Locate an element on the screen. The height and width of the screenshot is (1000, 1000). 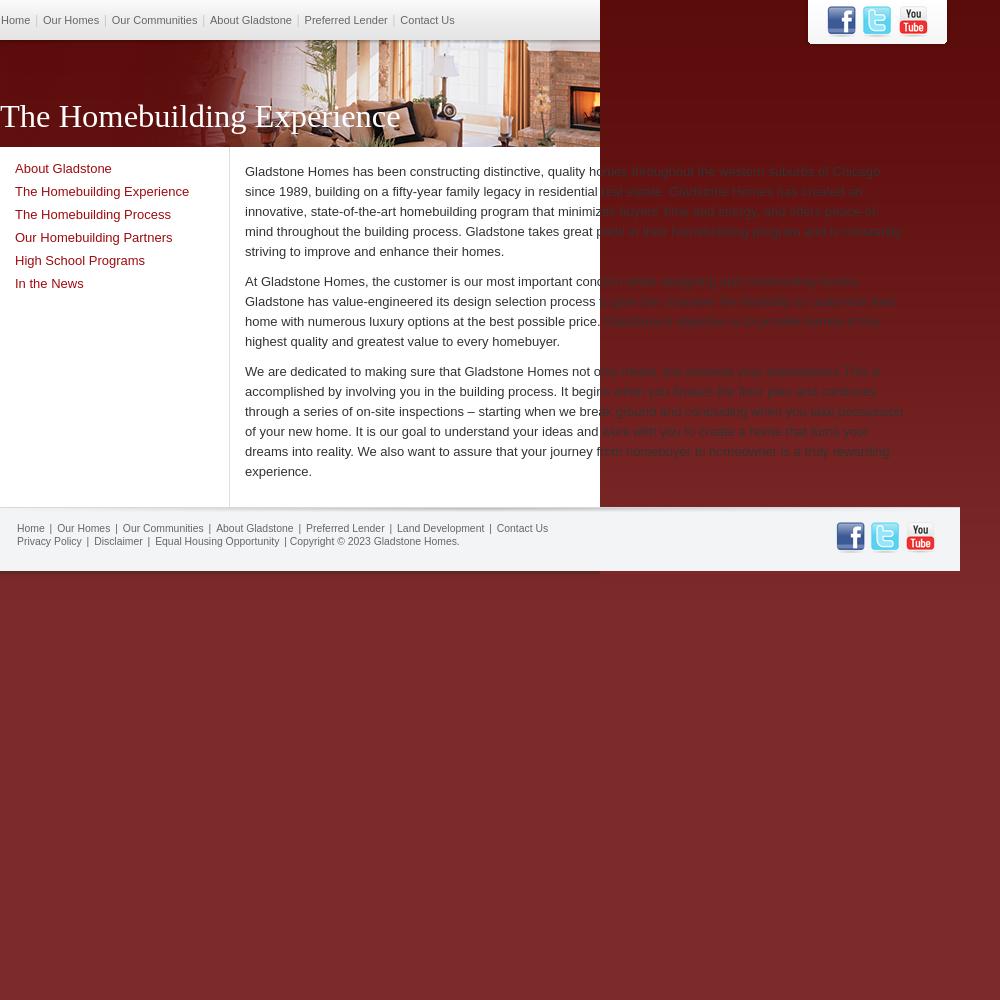
'In the News' is located at coordinates (49, 283).